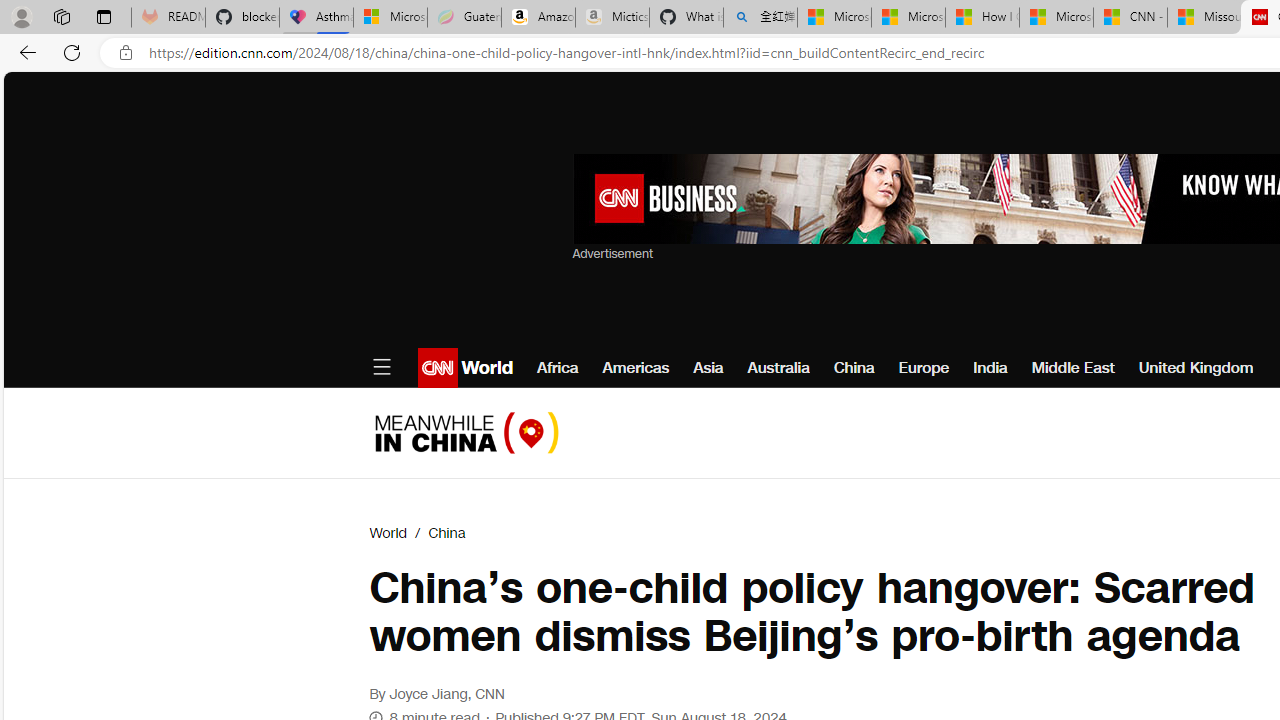 The height and width of the screenshot is (720, 1280). Describe the element at coordinates (436, 367) in the screenshot. I see `'CNN logo'` at that location.